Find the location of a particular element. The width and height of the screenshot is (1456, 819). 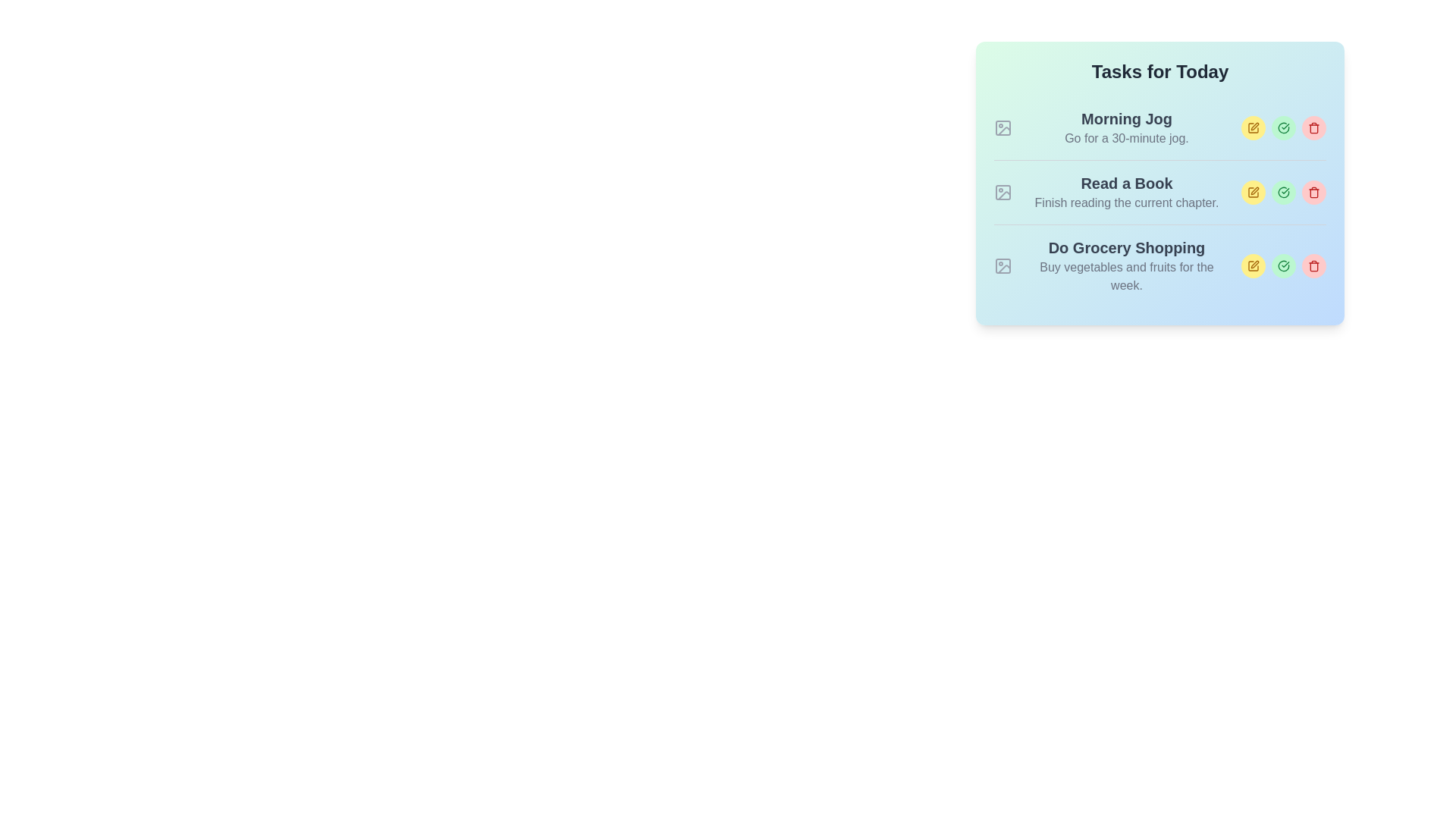

the button that marks the 'Do Grocery Shopping' task as completed is located at coordinates (1283, 265).